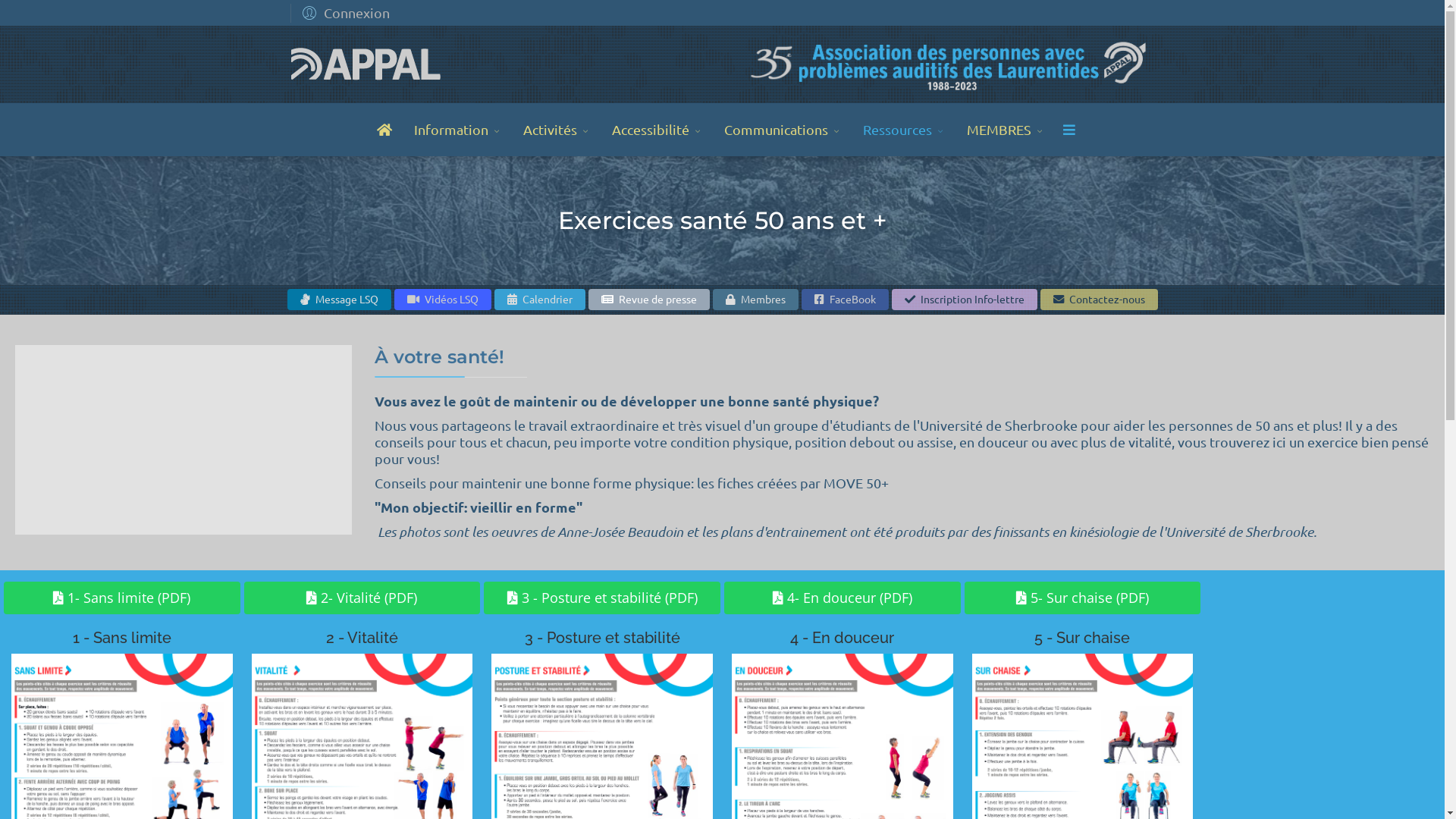 Image resolution: width=1456 pixels, height=819 pixels. Describe the element at coordinates (905, 128) in the screenshot. I see `'Ressources'` at that location.